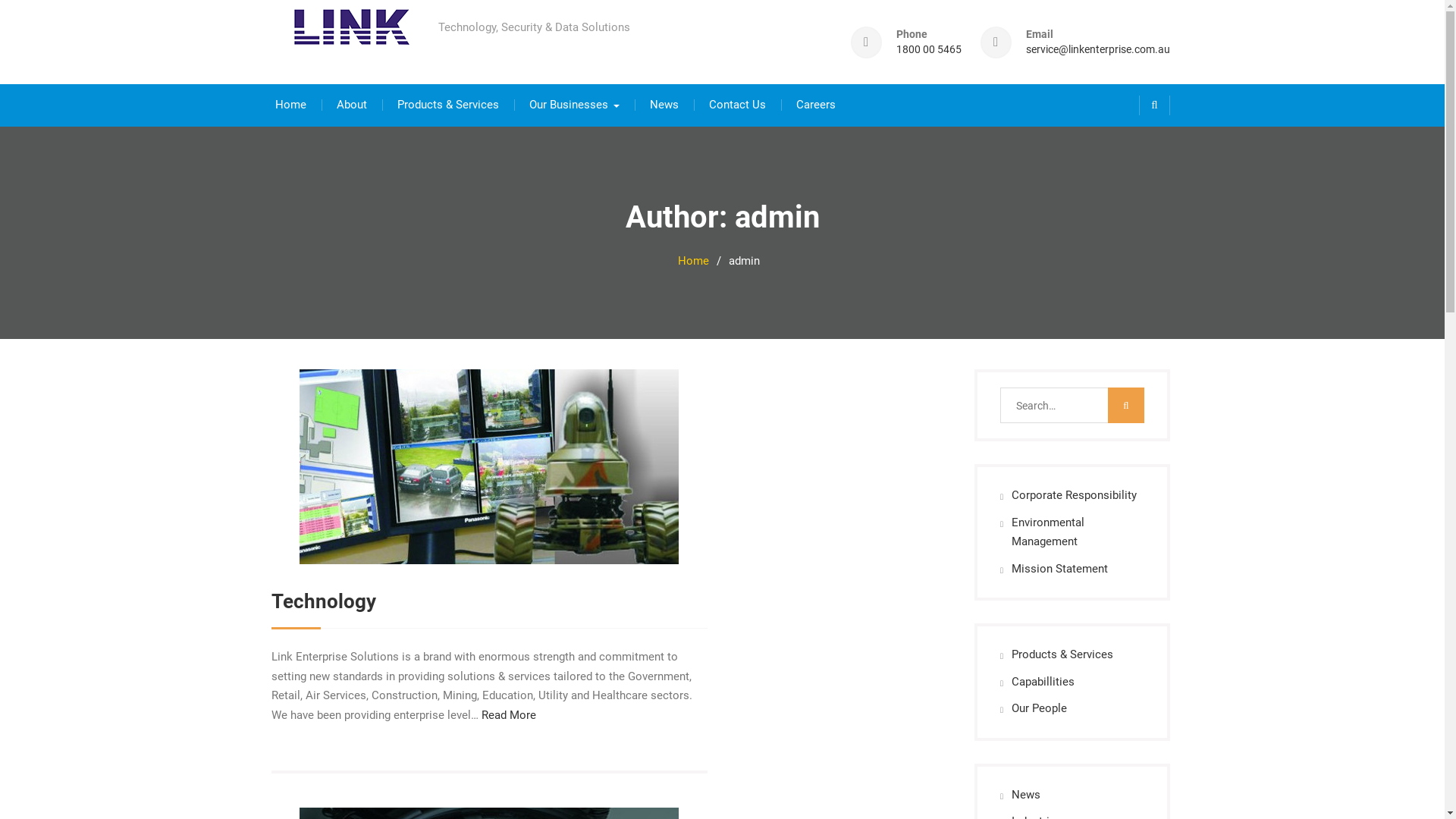 This screenshot has width=1456, height=819. I want to click on 'Our People', so click(1012, 708).